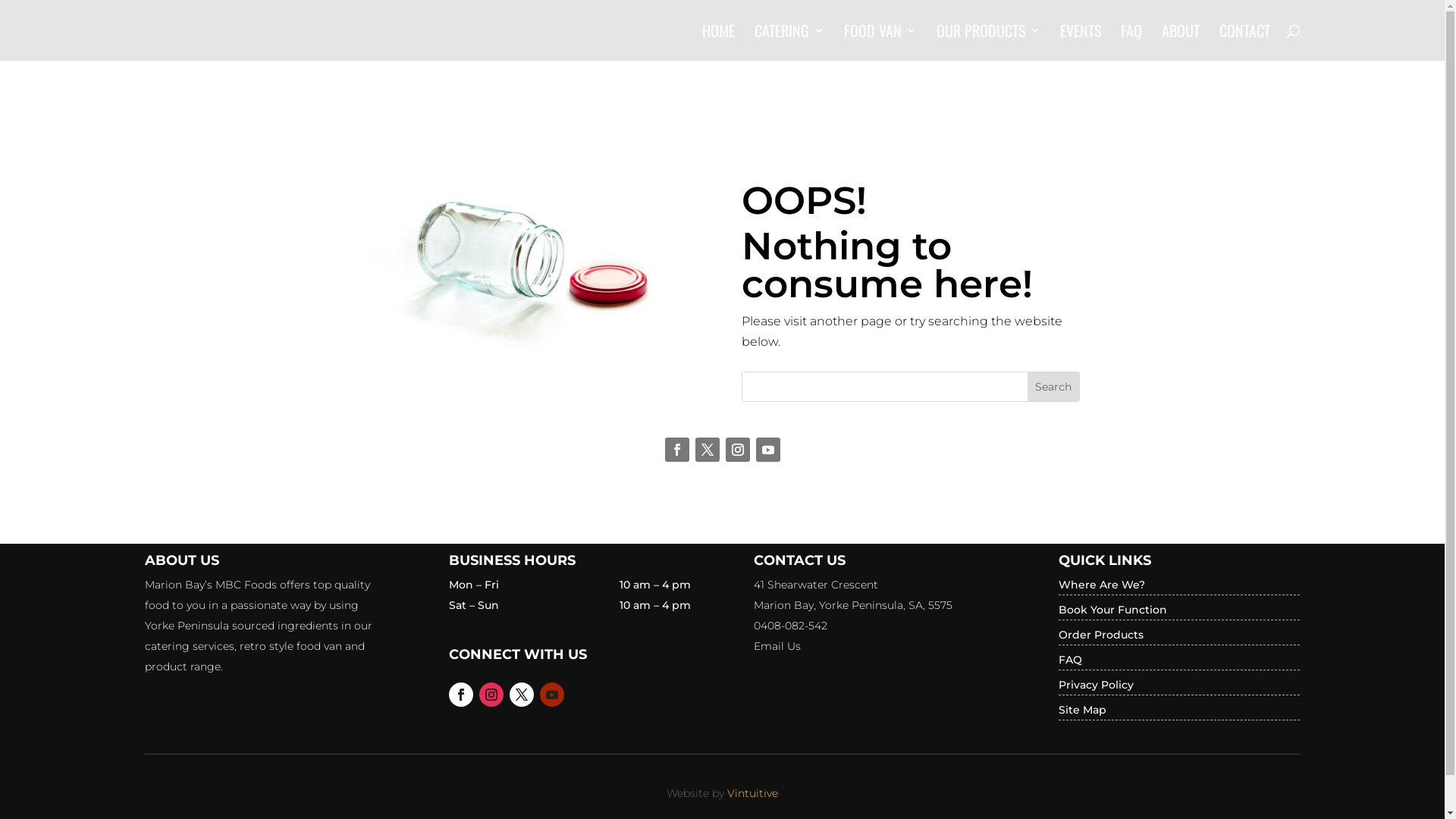 This screenshot has height=819, width=1456. What do you see at coordinates (1081, 710) in the screenshot?
I see `'Site Map'` at bounding box center [1081, 710].